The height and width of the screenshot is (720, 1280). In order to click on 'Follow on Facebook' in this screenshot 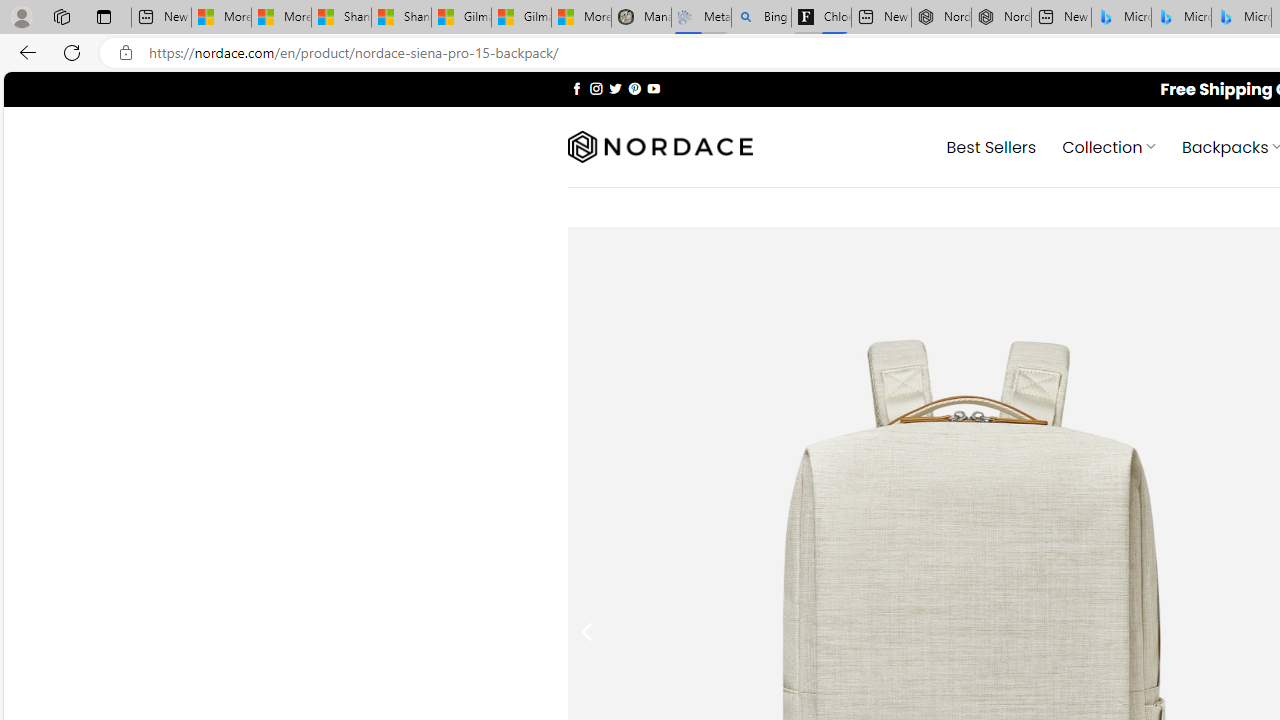, I will do `click(576, 87)`.